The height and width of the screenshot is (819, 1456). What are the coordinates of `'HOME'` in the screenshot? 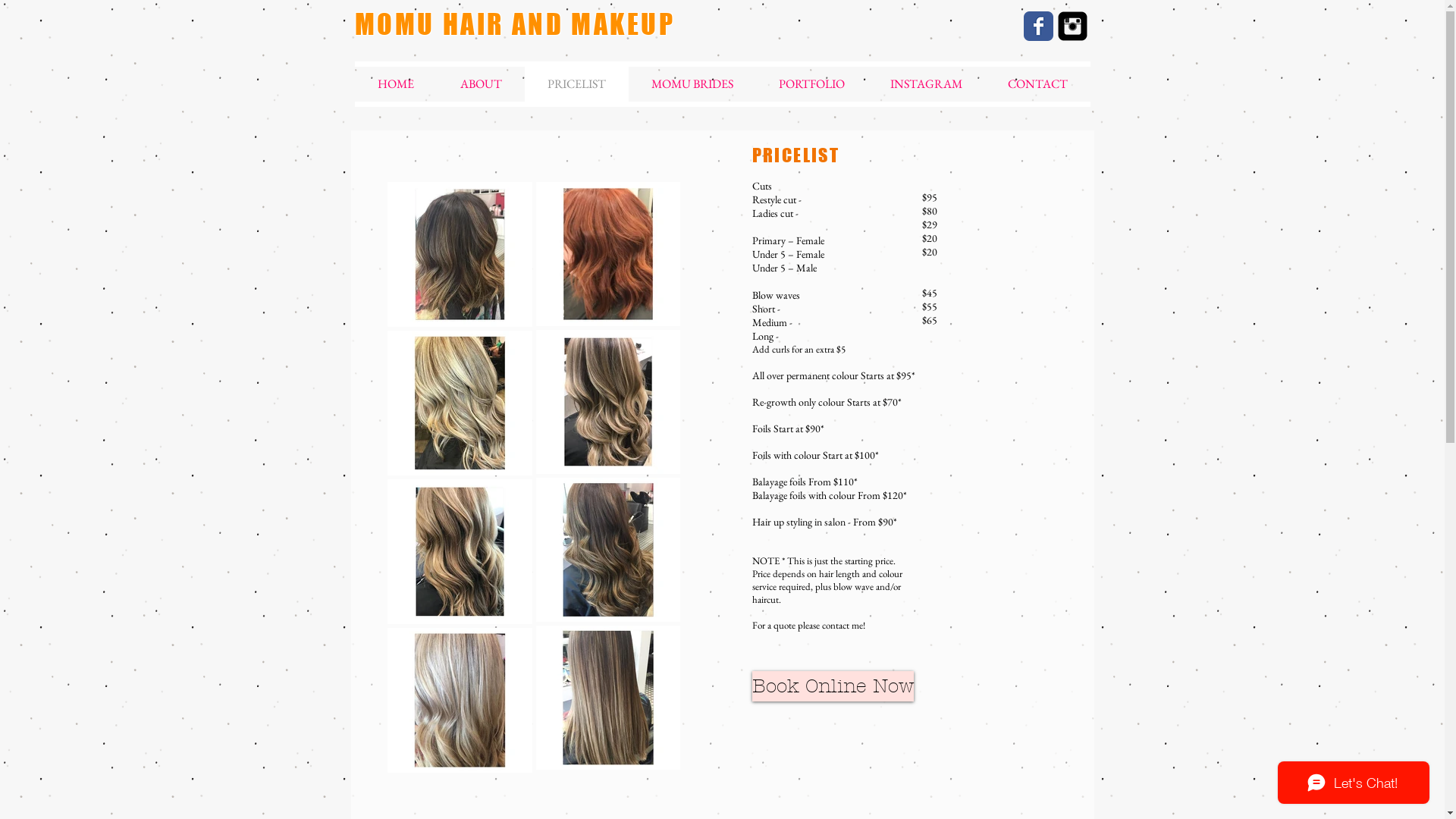 It's located at (396, 84).